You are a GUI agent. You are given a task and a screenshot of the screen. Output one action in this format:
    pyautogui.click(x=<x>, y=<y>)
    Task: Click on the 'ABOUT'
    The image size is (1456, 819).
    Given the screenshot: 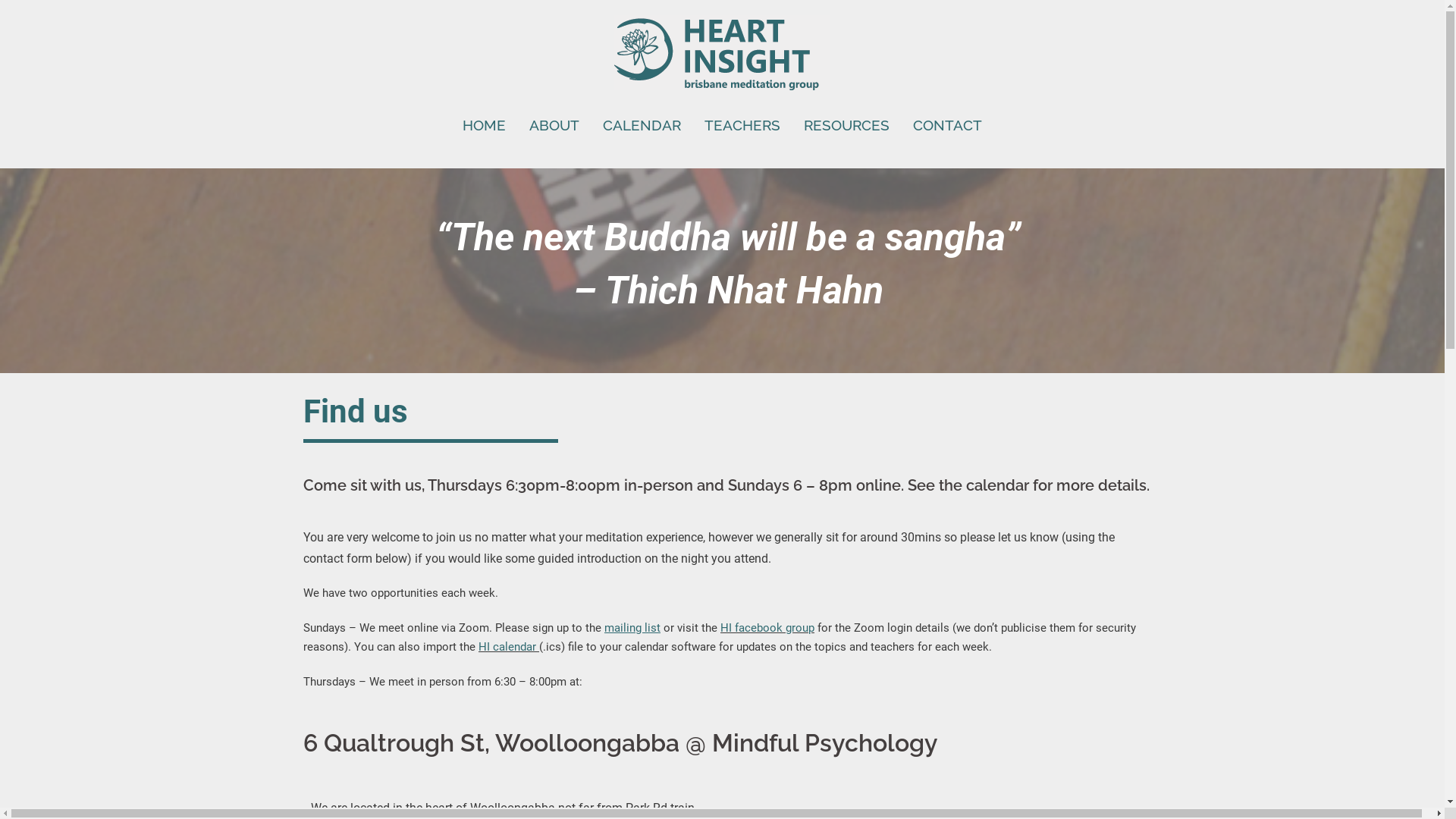 What is the action you would take?
    pyautogui.click(x=553, y=124)
    